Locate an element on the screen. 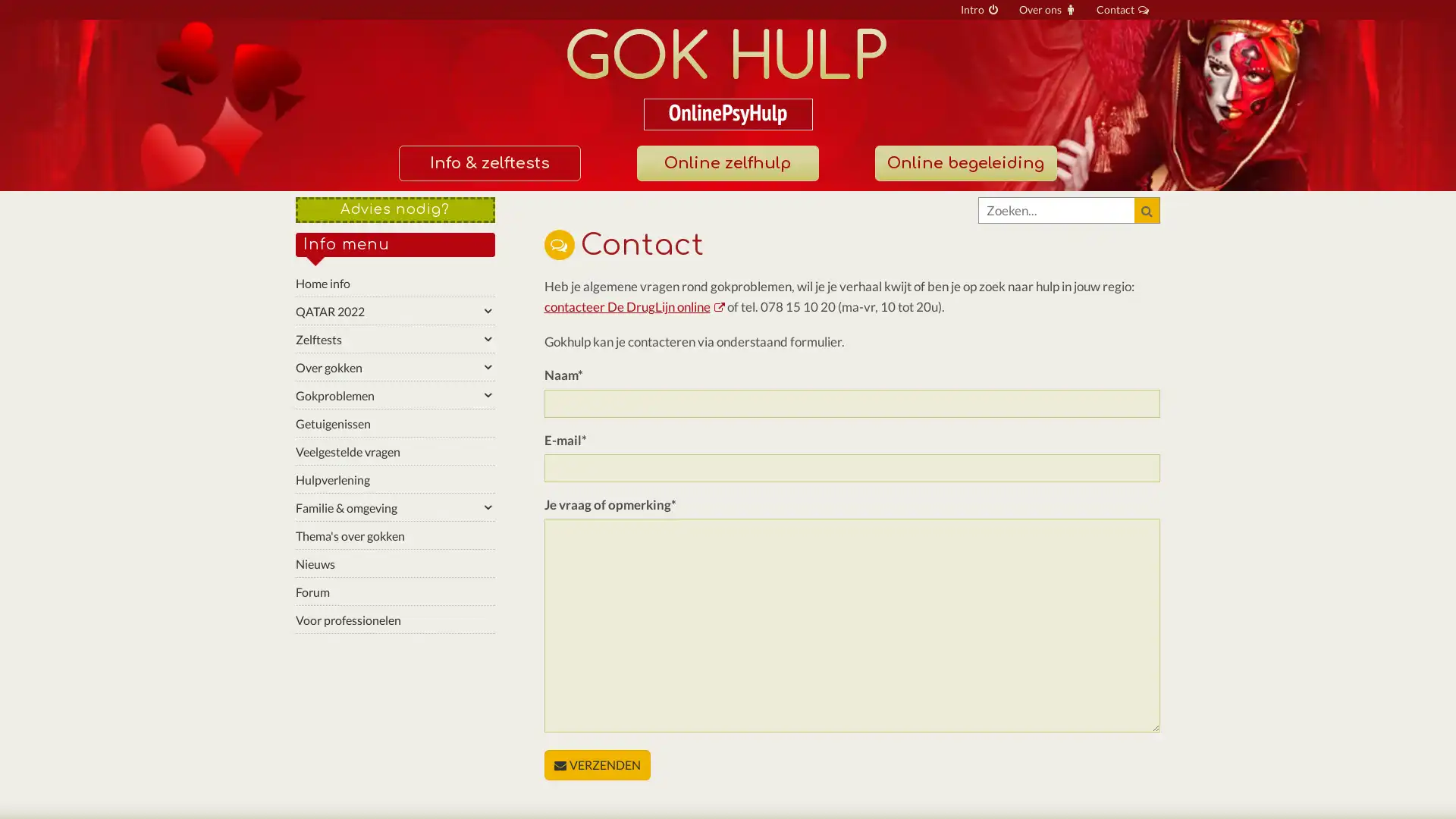  VERZENDEN is located at coordinates (596, 764).